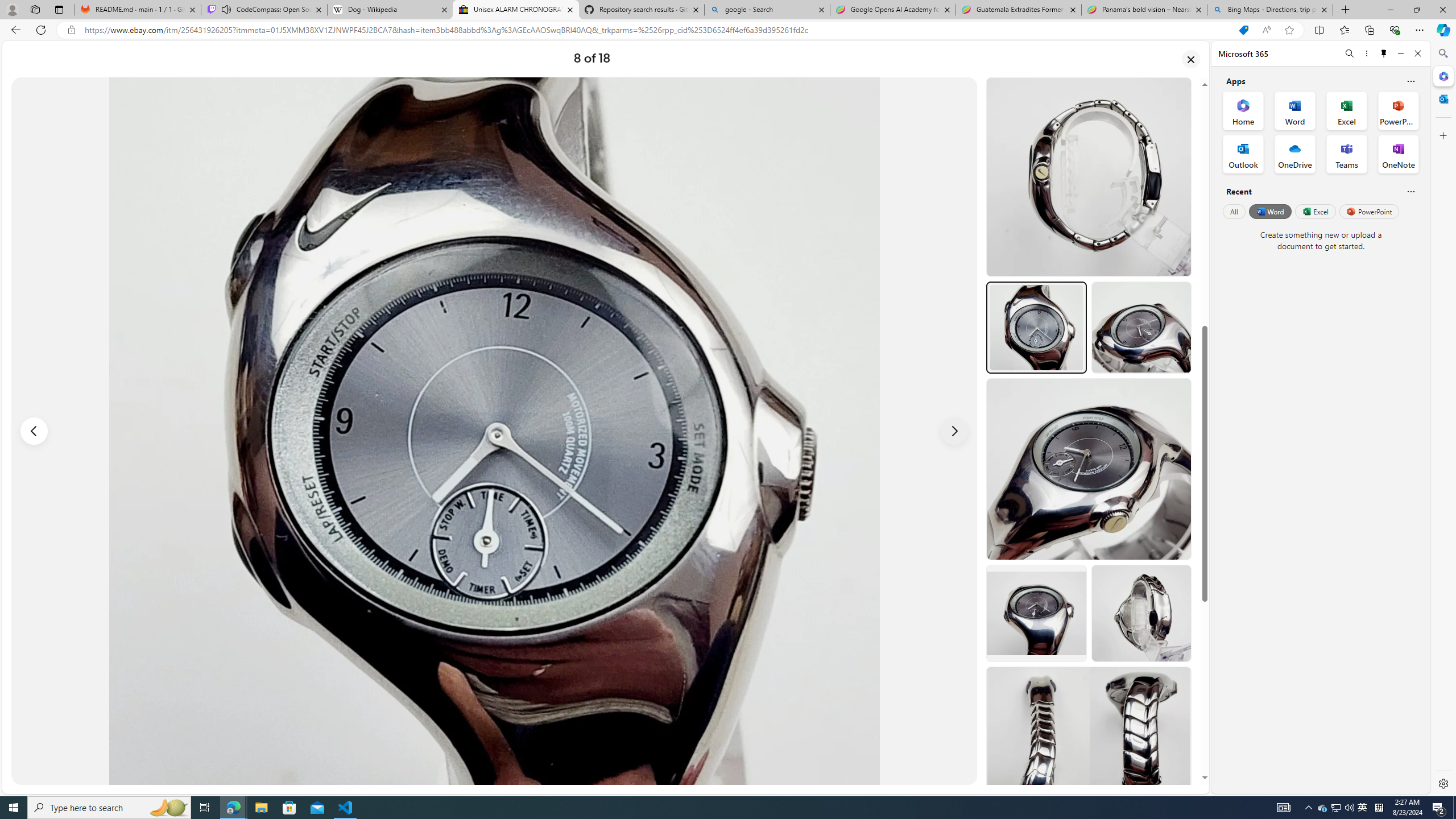 The image size is (1456, 819). I want to click on 'Word', so click(1269, 211).